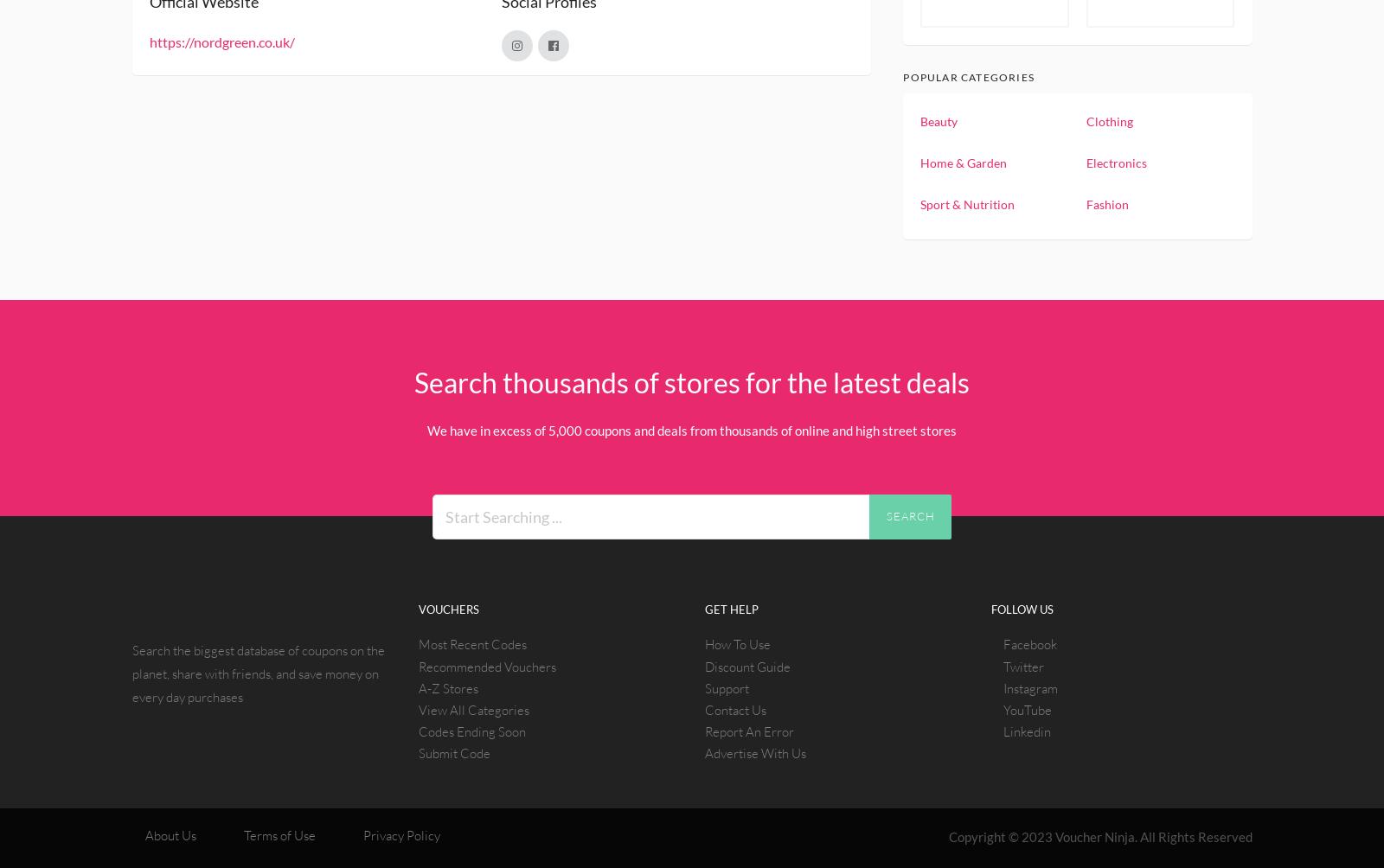 The height and width of the screenshot is (868, 1384). I want to click on 'About Us', so click(169, 833).